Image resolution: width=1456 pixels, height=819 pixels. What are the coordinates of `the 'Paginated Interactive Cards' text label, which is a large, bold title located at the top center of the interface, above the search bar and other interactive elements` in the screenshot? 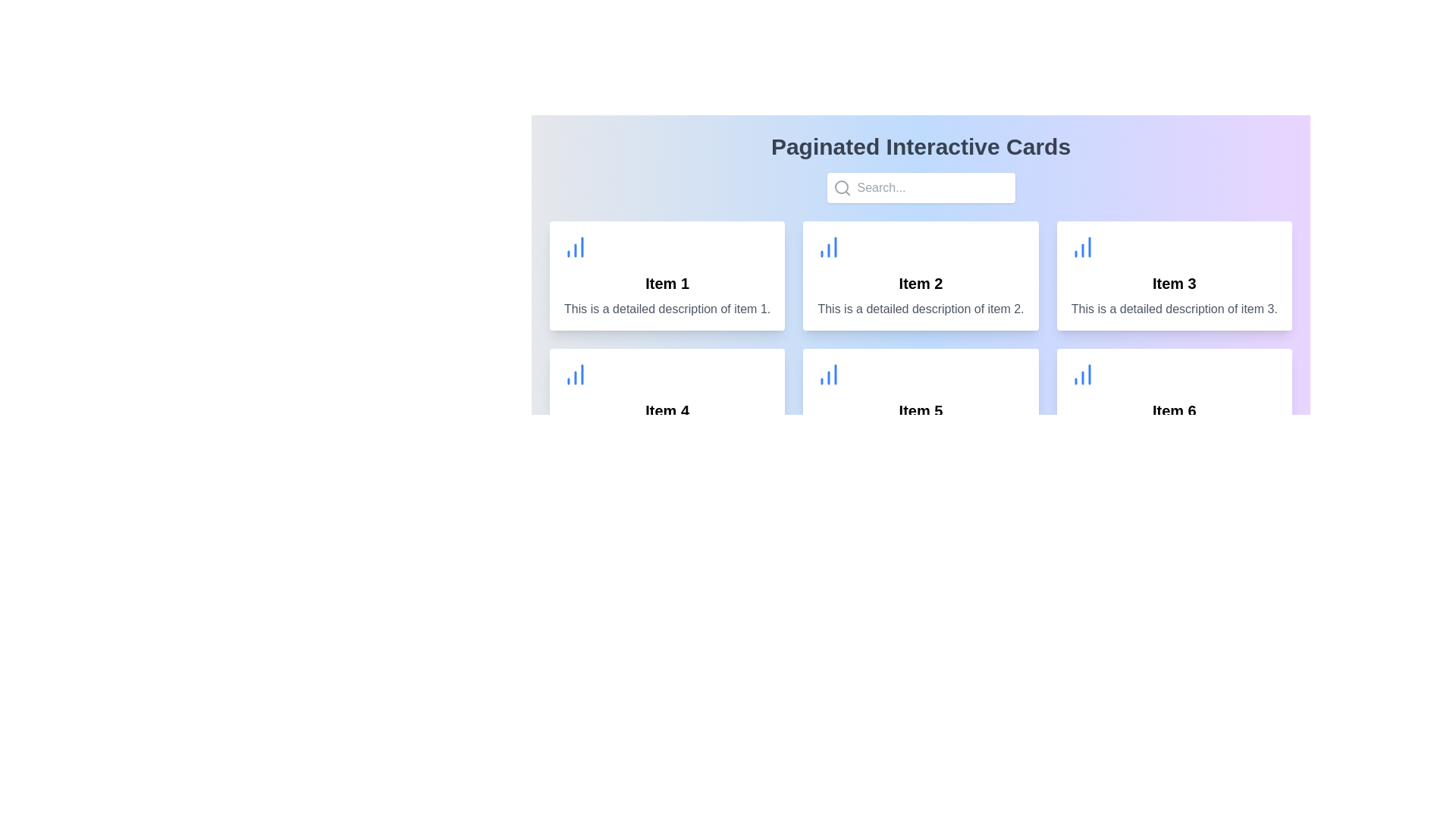 It's located at (920, 146).